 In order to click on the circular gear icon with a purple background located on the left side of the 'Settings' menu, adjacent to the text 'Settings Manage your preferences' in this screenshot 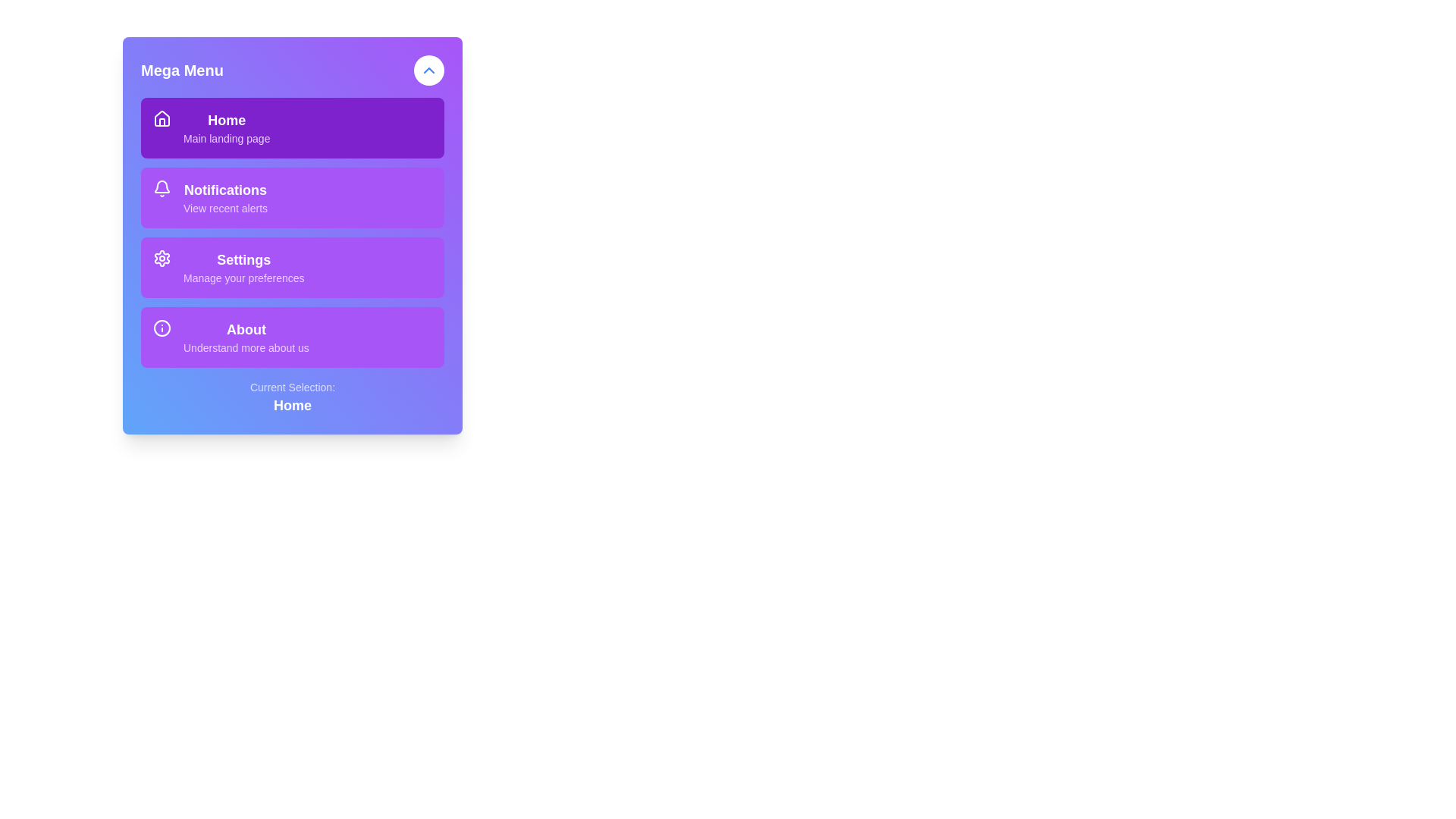, I will do `click(162, 257)`.